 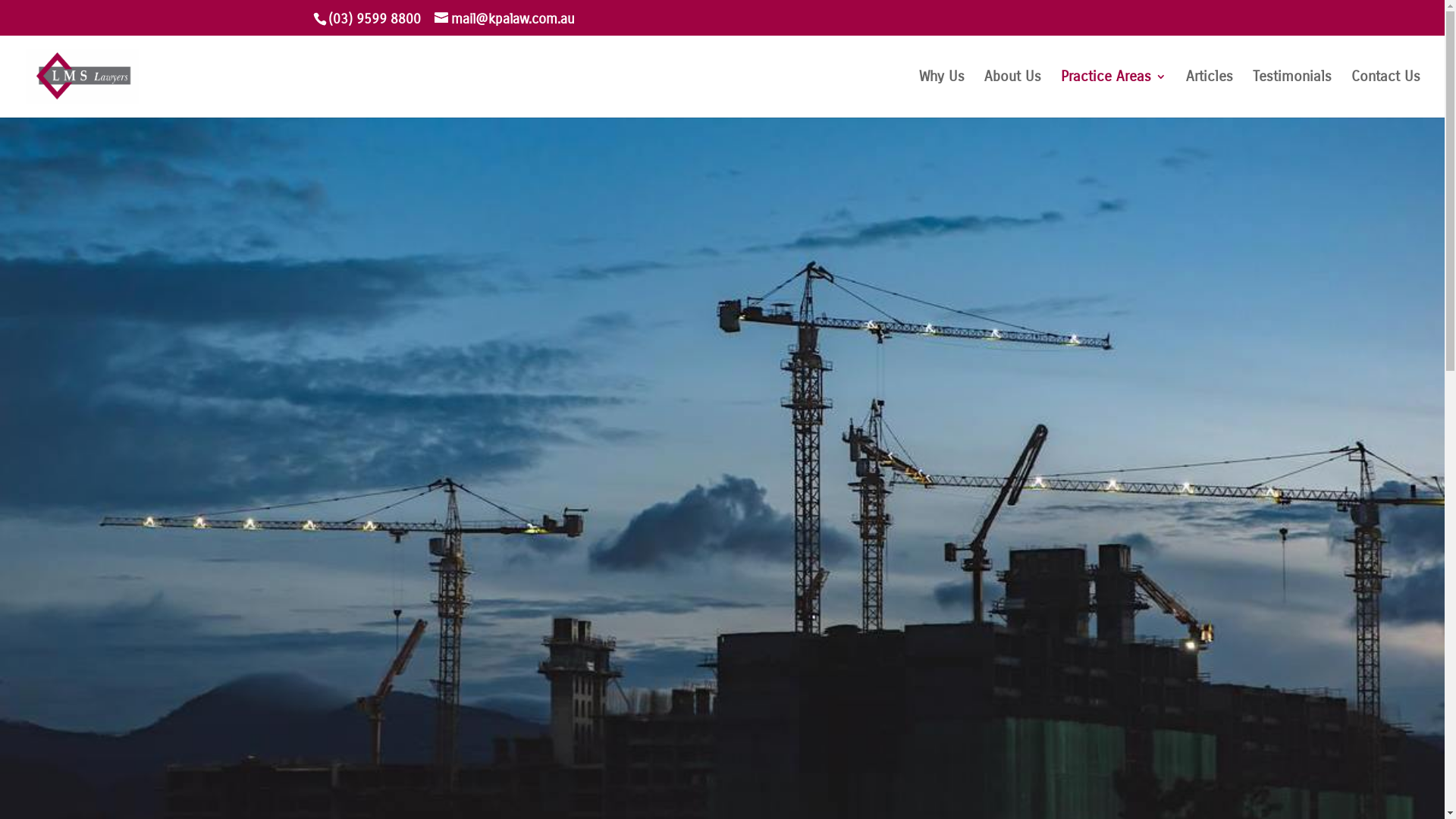 What do you see at coordinates (1012, 94) in the screenshot?
I see `'About Us'` at bounding box center [1012, 94].